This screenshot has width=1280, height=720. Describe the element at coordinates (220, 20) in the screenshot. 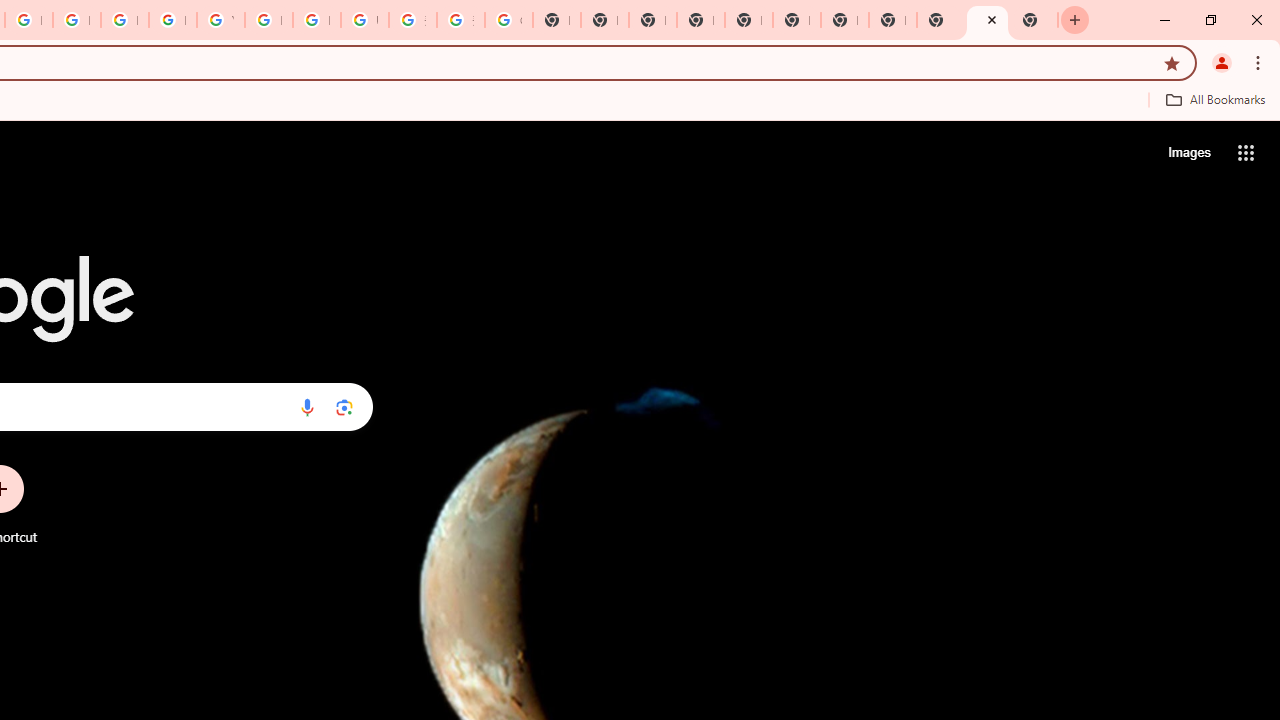

I see `'YouTube'` at that location.